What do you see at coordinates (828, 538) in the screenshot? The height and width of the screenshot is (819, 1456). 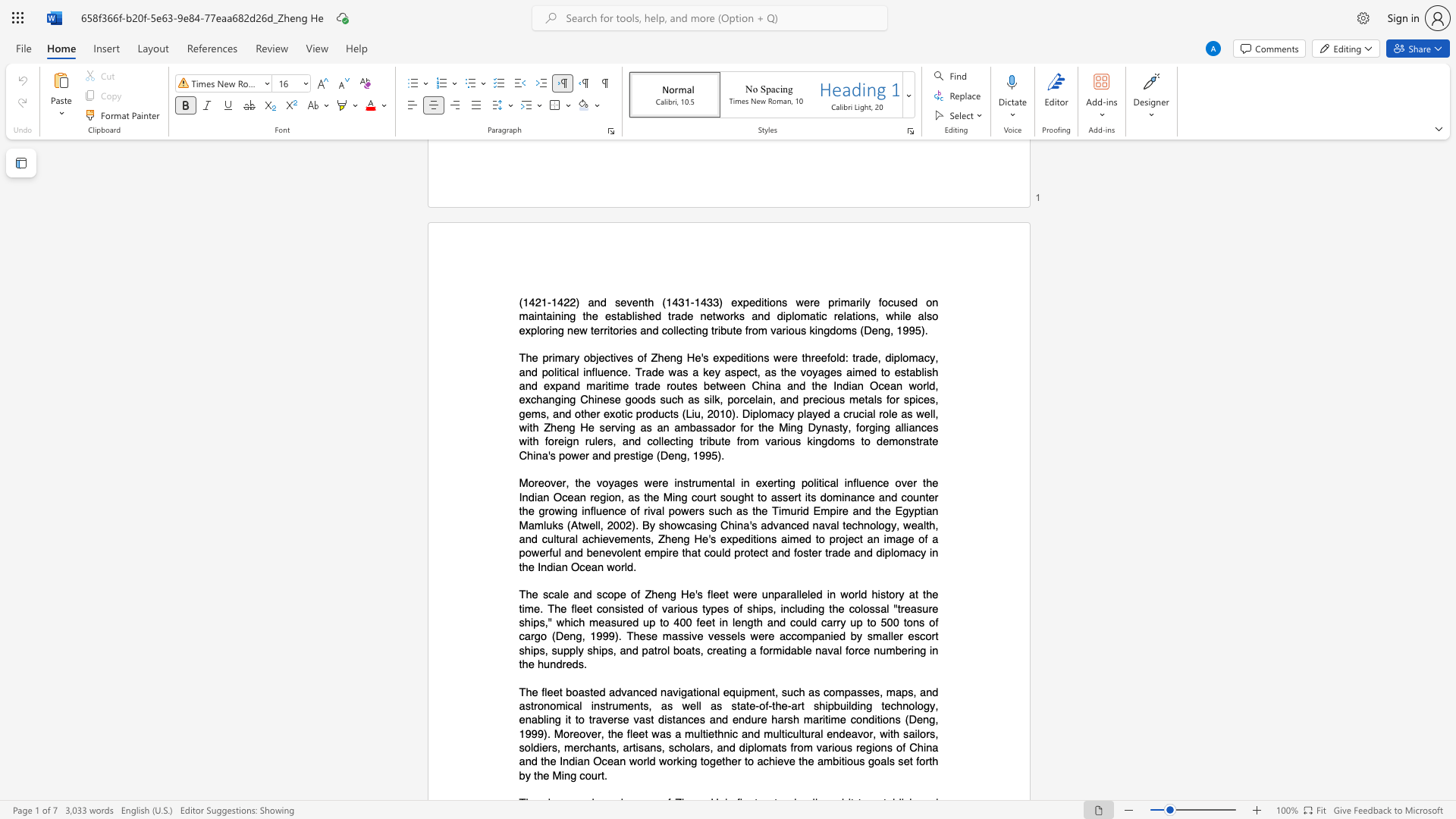 I see `the subset text "project an image of a powerful and benevolent empire that could protect and foster trade and diplomacy in the Indian O" within the text "China"` at bounding box center [828, 538].